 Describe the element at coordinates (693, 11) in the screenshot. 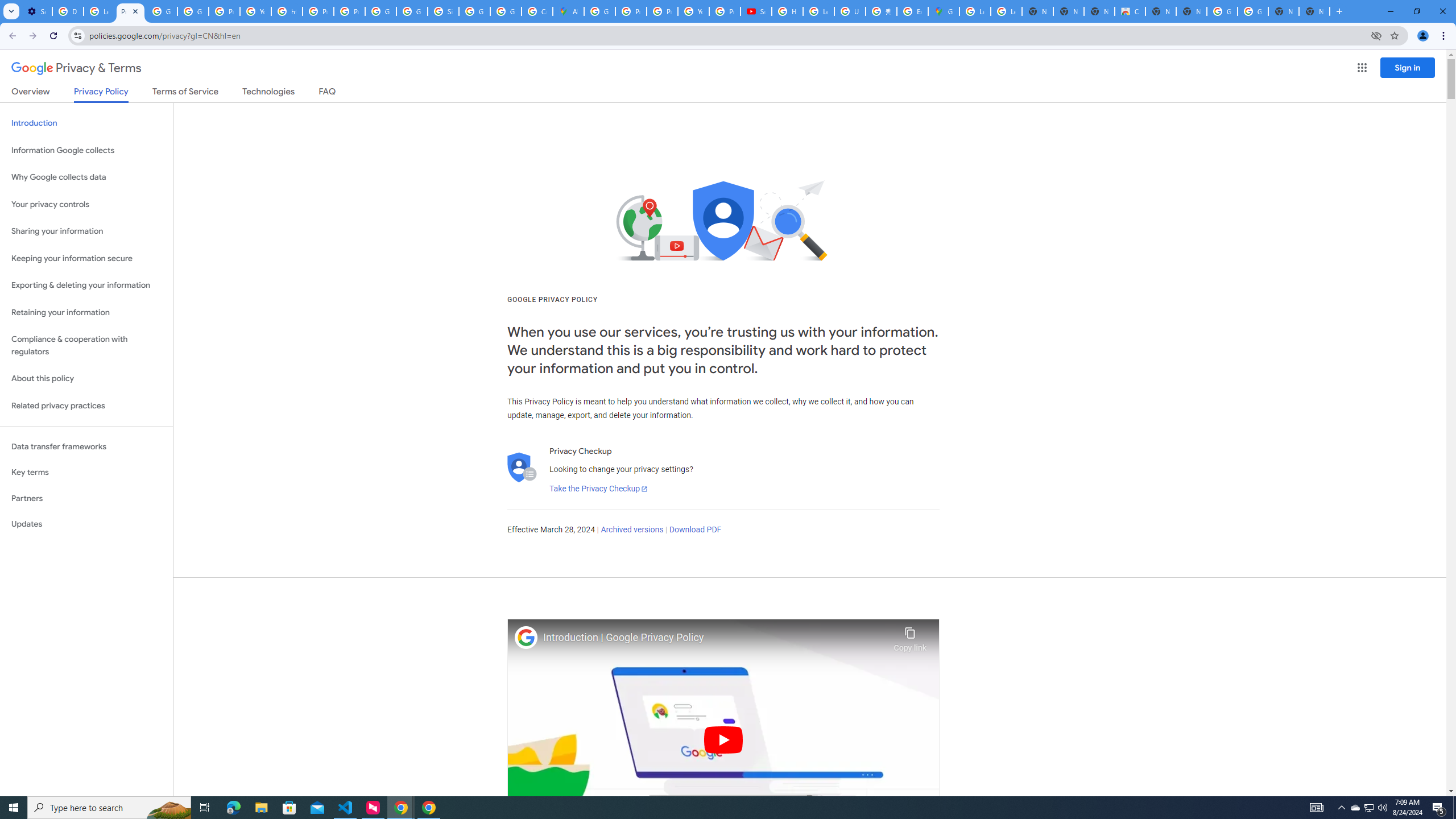

I see `'YouTube'` at that location.